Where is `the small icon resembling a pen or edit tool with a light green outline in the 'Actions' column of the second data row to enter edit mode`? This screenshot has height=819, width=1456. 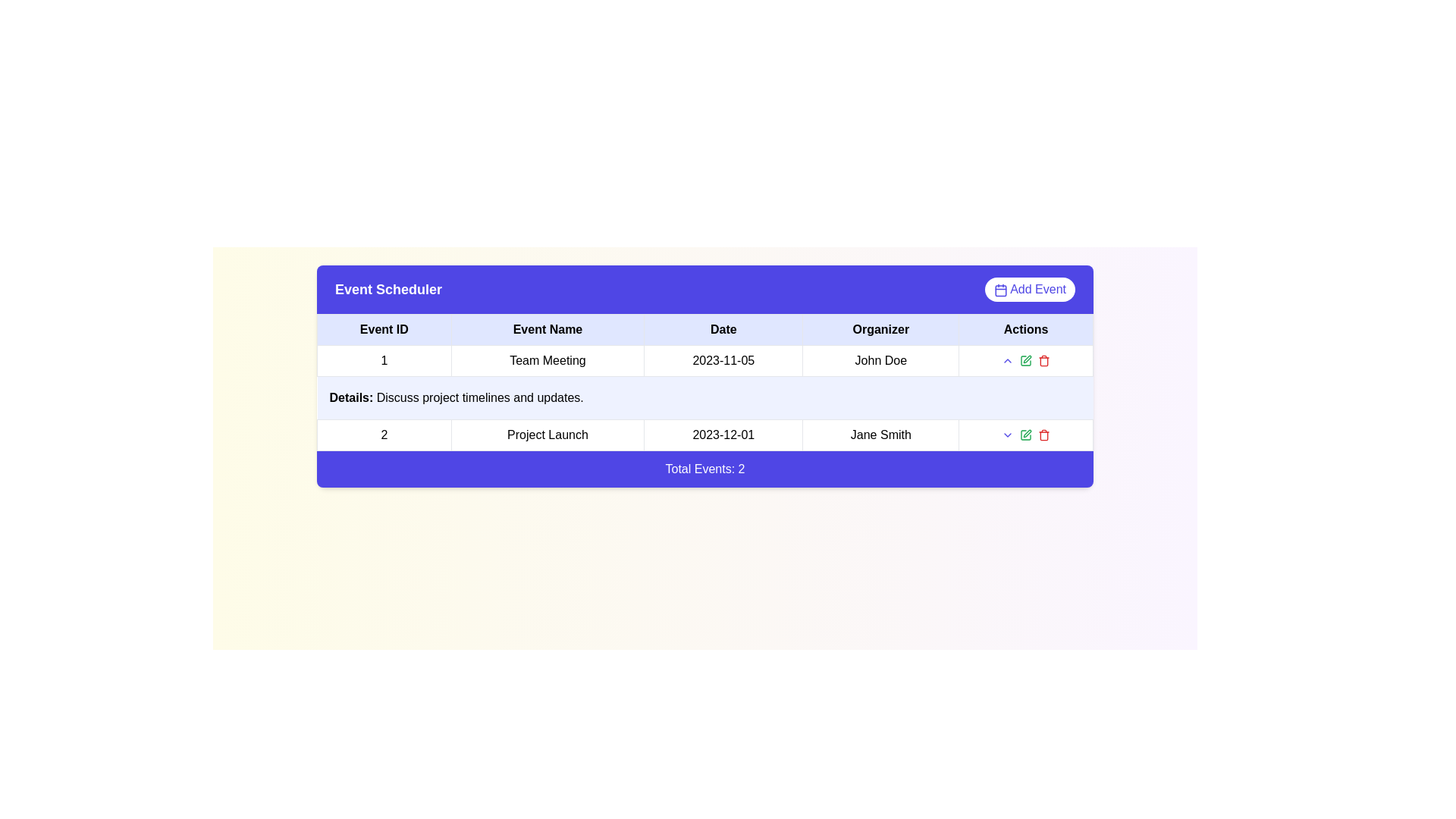
the small icon resembling a pen or edit tool with a light green outline in the 'Actions' column of the second data row to enter edit mode is located at coordinates (1028, 433).